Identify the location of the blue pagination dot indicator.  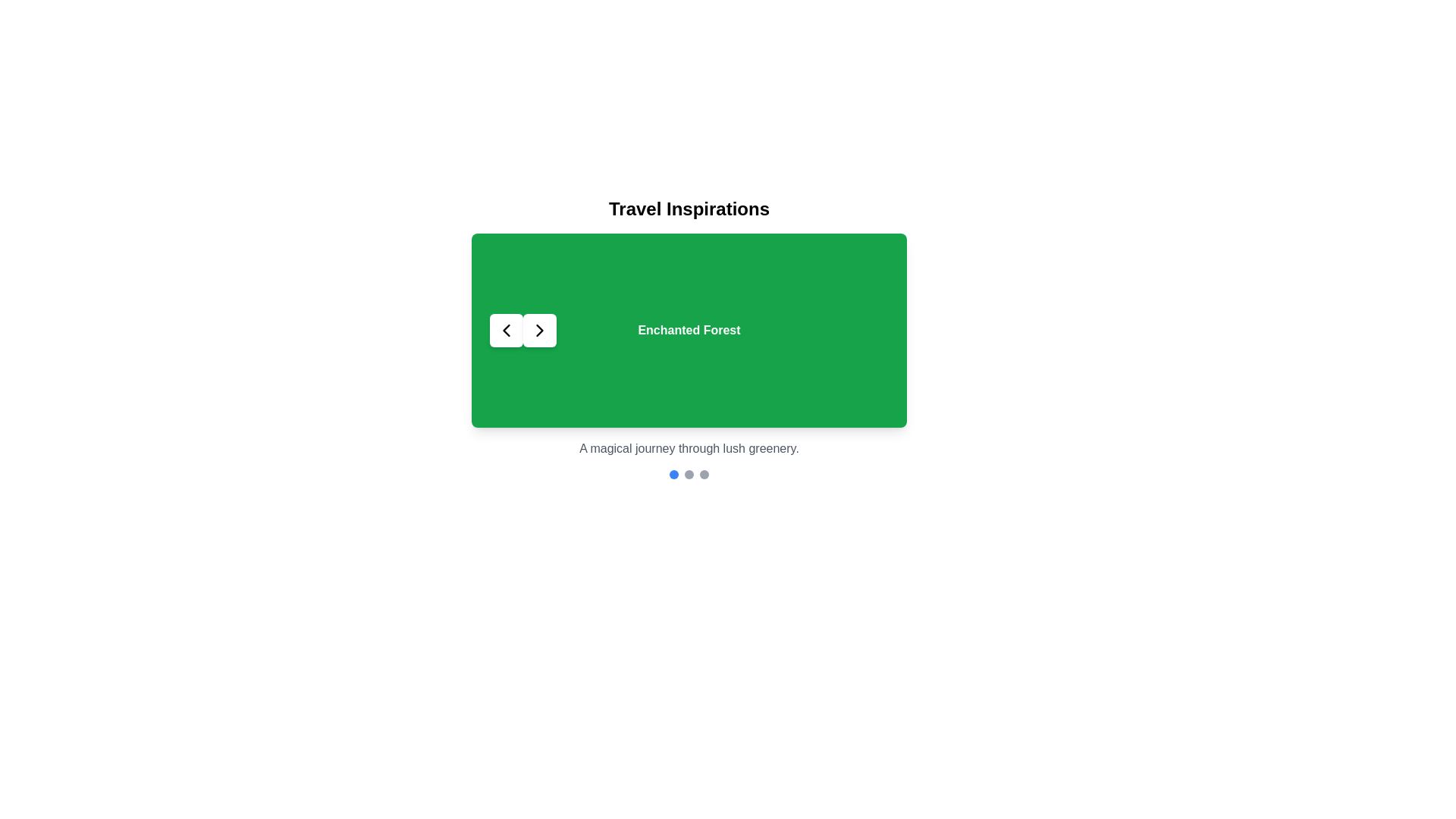
(688, 473).